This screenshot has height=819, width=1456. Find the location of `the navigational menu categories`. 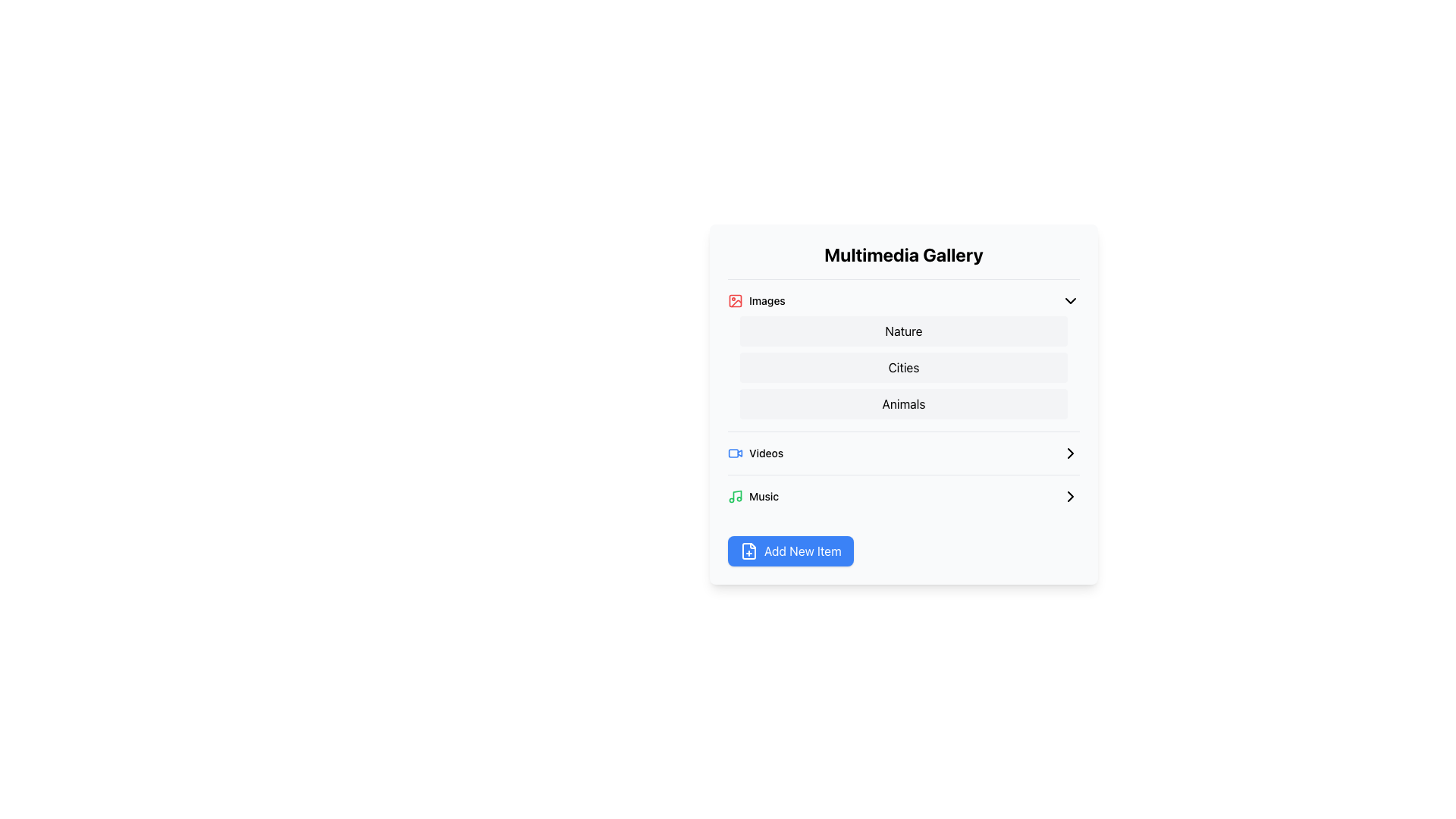

the navigational menu categories is located at coordinates (903, 403).